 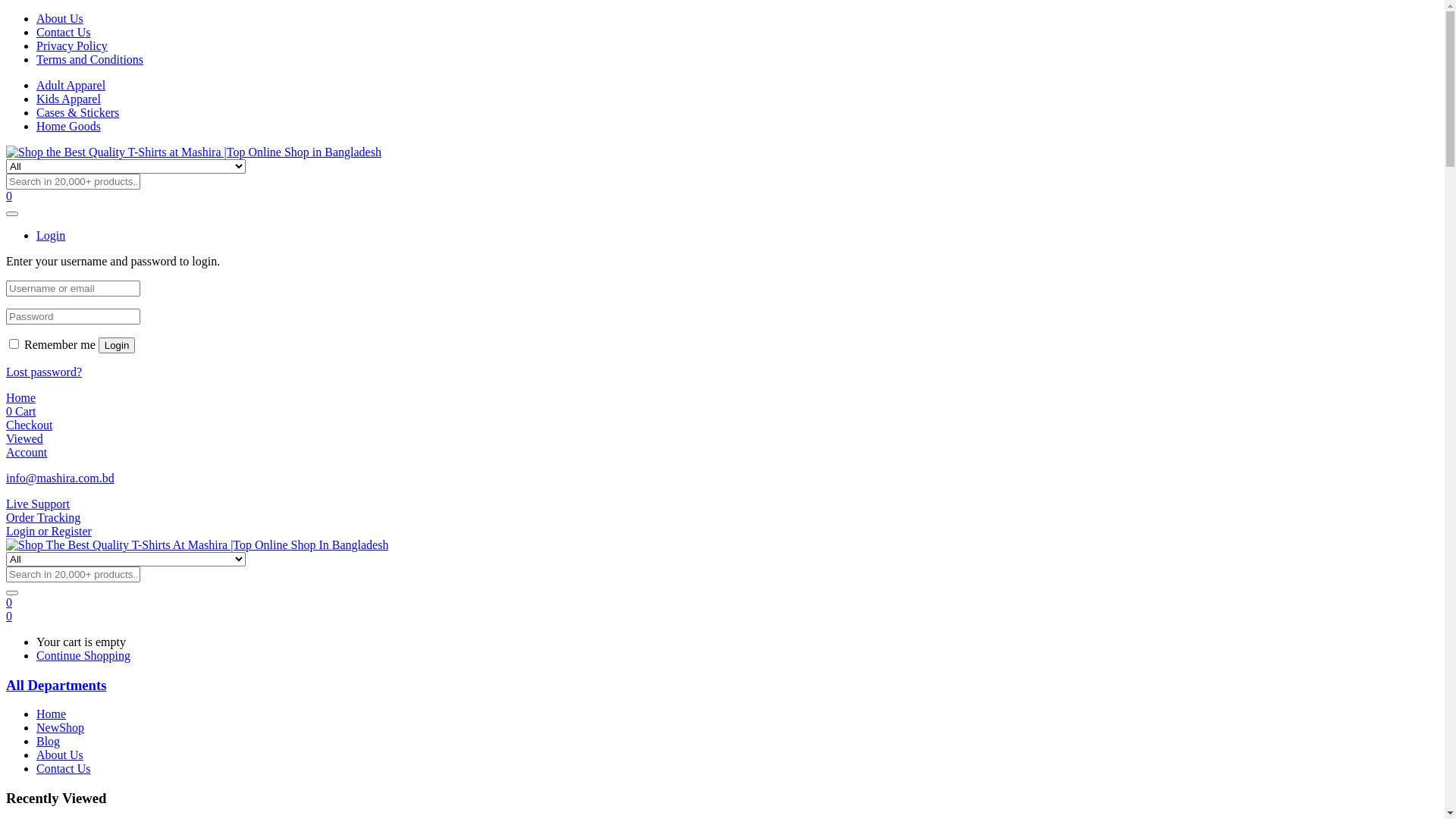 I want to click on 'Live Support', so click(x=37, y=504).